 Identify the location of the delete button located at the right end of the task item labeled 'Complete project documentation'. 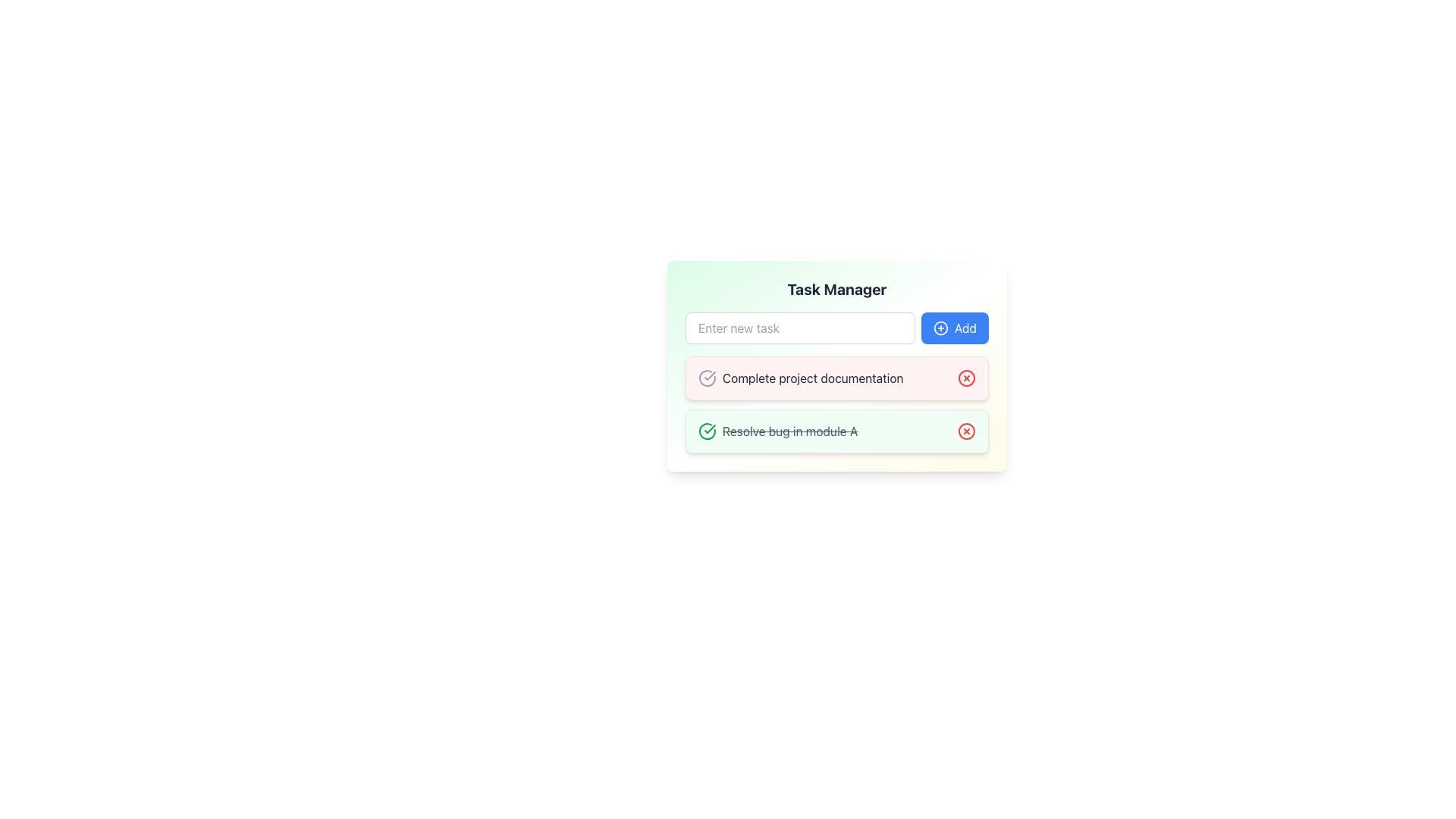
(966, 377).